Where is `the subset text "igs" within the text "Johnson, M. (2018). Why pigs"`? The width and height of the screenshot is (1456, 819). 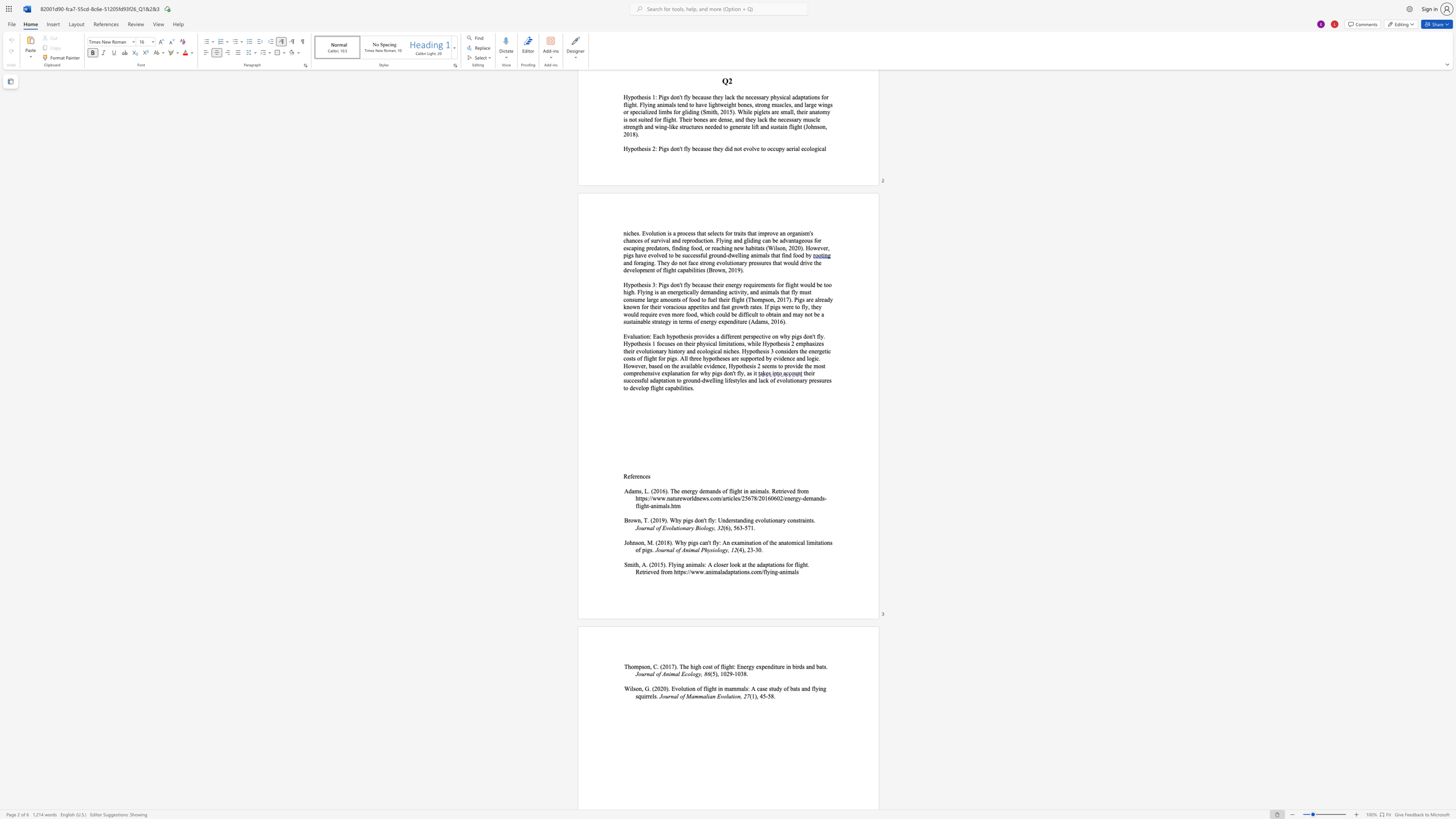
the subset text "igs" within the text "Johnson, M. (2018). Why pigs" is located at coordinates (691, 542).